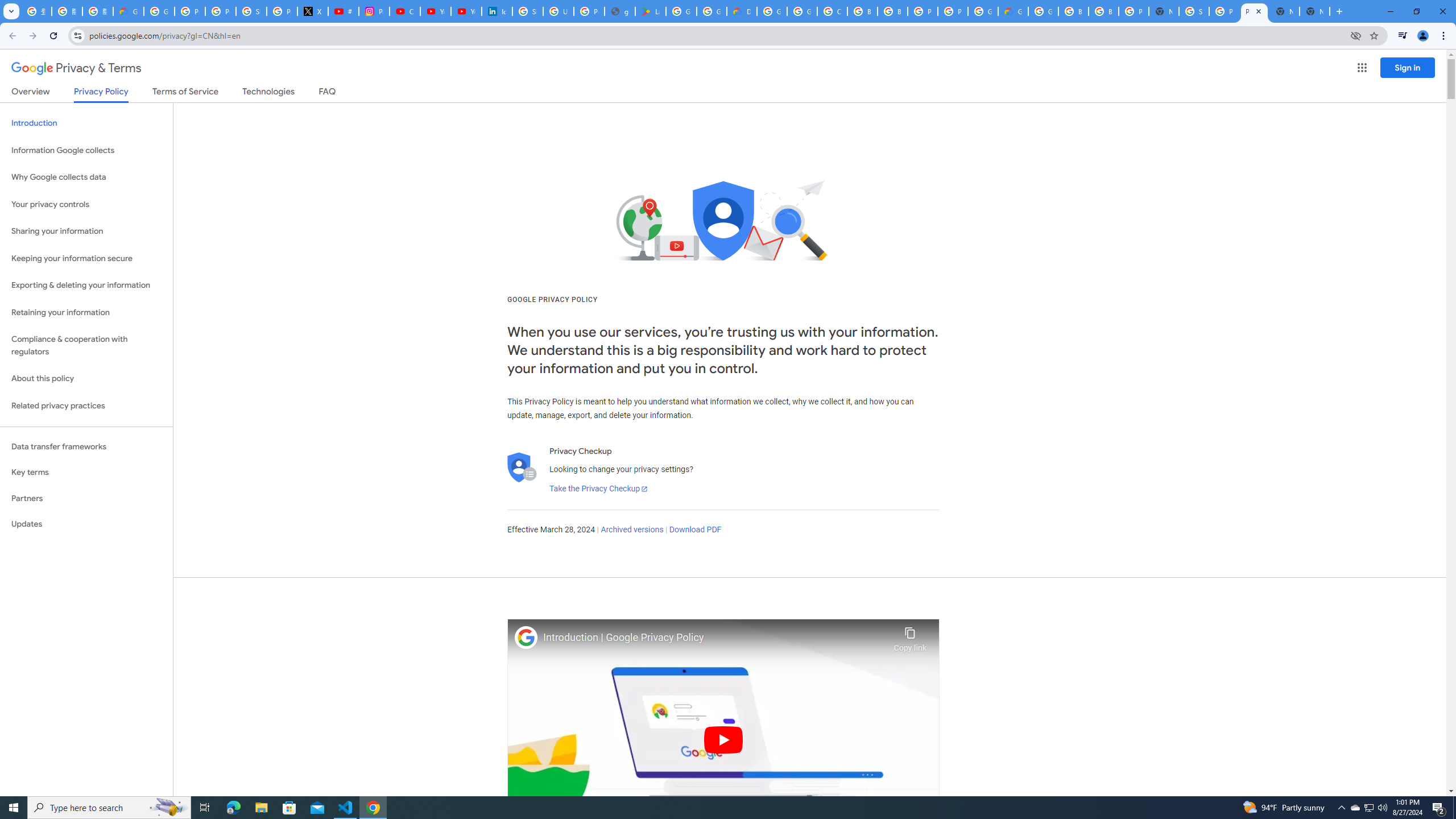 The height and width of the screenshot is (819, 1456). Describe the element at coordinates (598, 488) in the screenshot. I see `'Take the Privacy Checkup'` at that location.